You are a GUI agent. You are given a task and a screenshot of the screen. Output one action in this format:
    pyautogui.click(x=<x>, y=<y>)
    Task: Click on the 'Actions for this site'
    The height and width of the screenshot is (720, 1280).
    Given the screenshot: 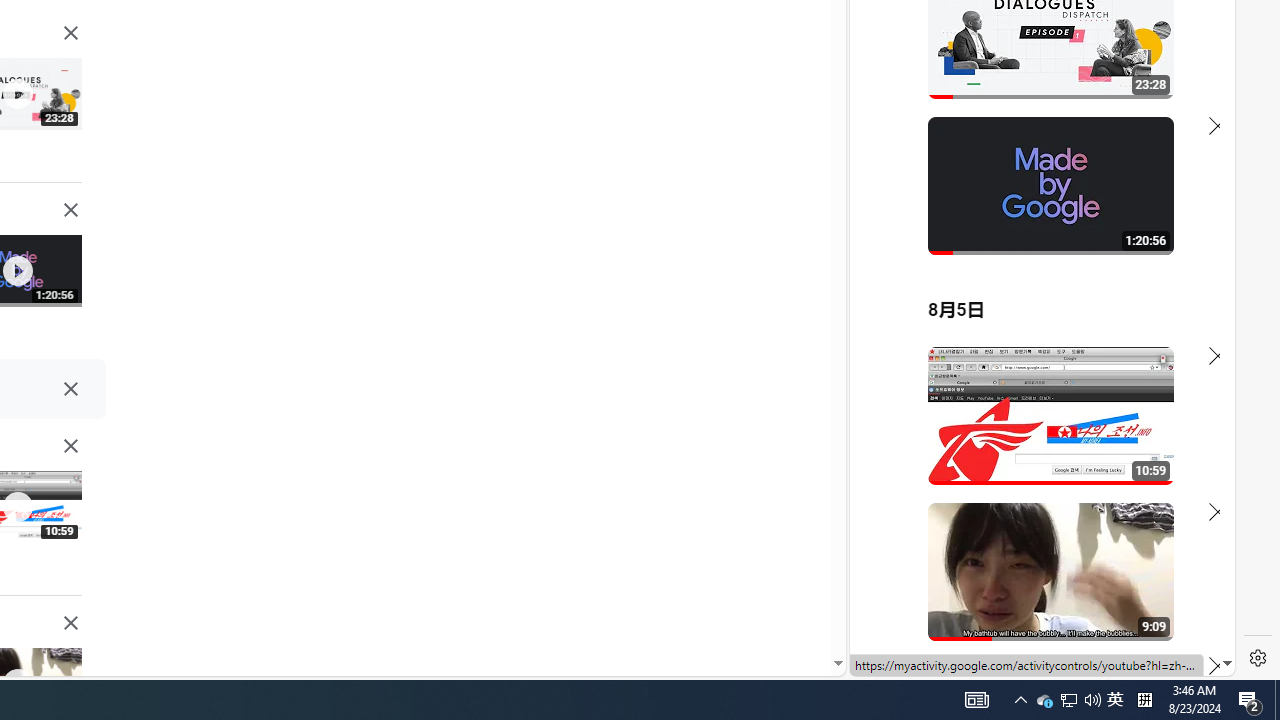 What is the action you would take?
    pyautogui.click(x=1131, y=442)
    